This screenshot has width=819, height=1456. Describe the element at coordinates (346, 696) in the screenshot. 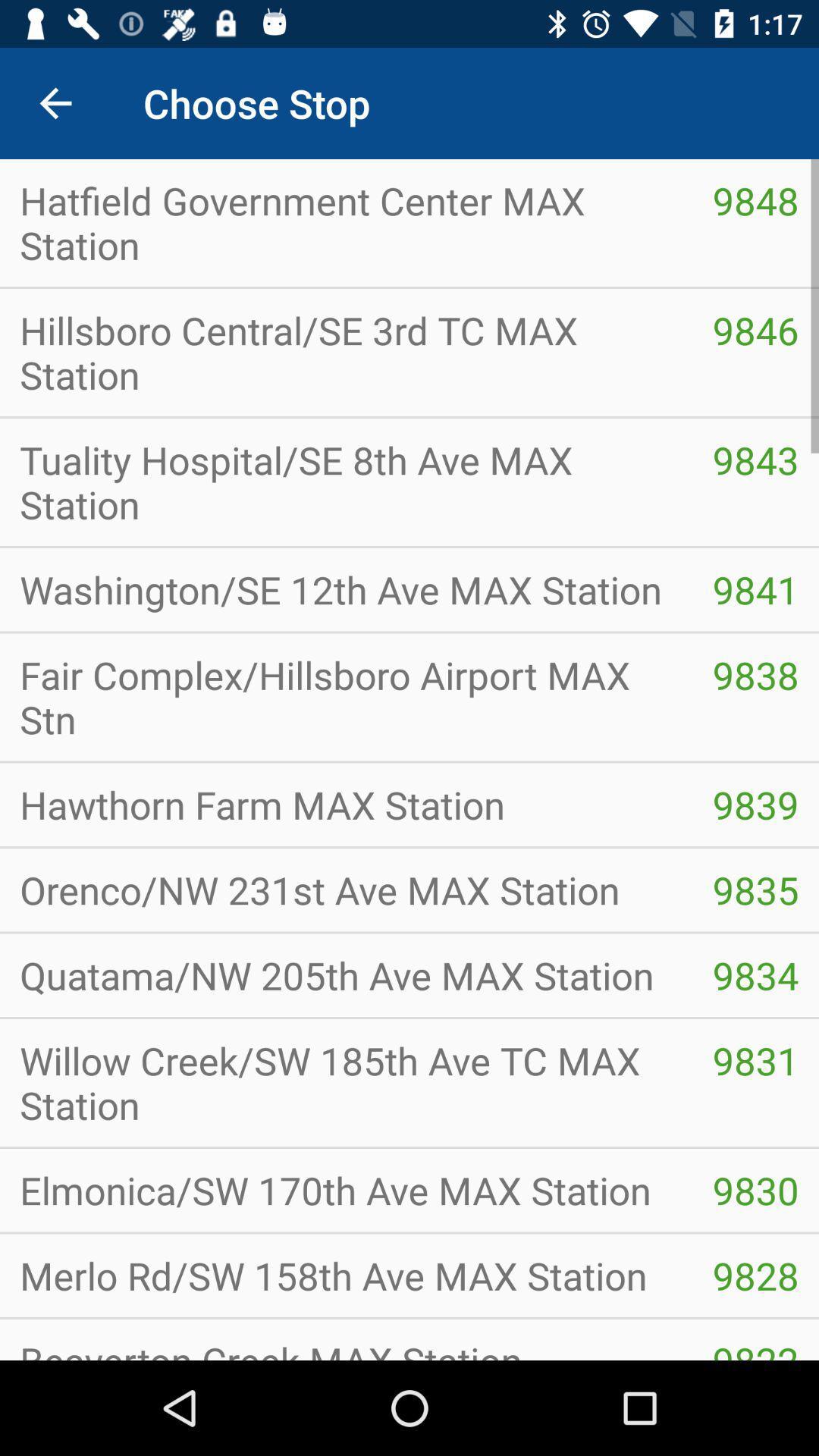

I see `the item to the left of 9841` at that location.